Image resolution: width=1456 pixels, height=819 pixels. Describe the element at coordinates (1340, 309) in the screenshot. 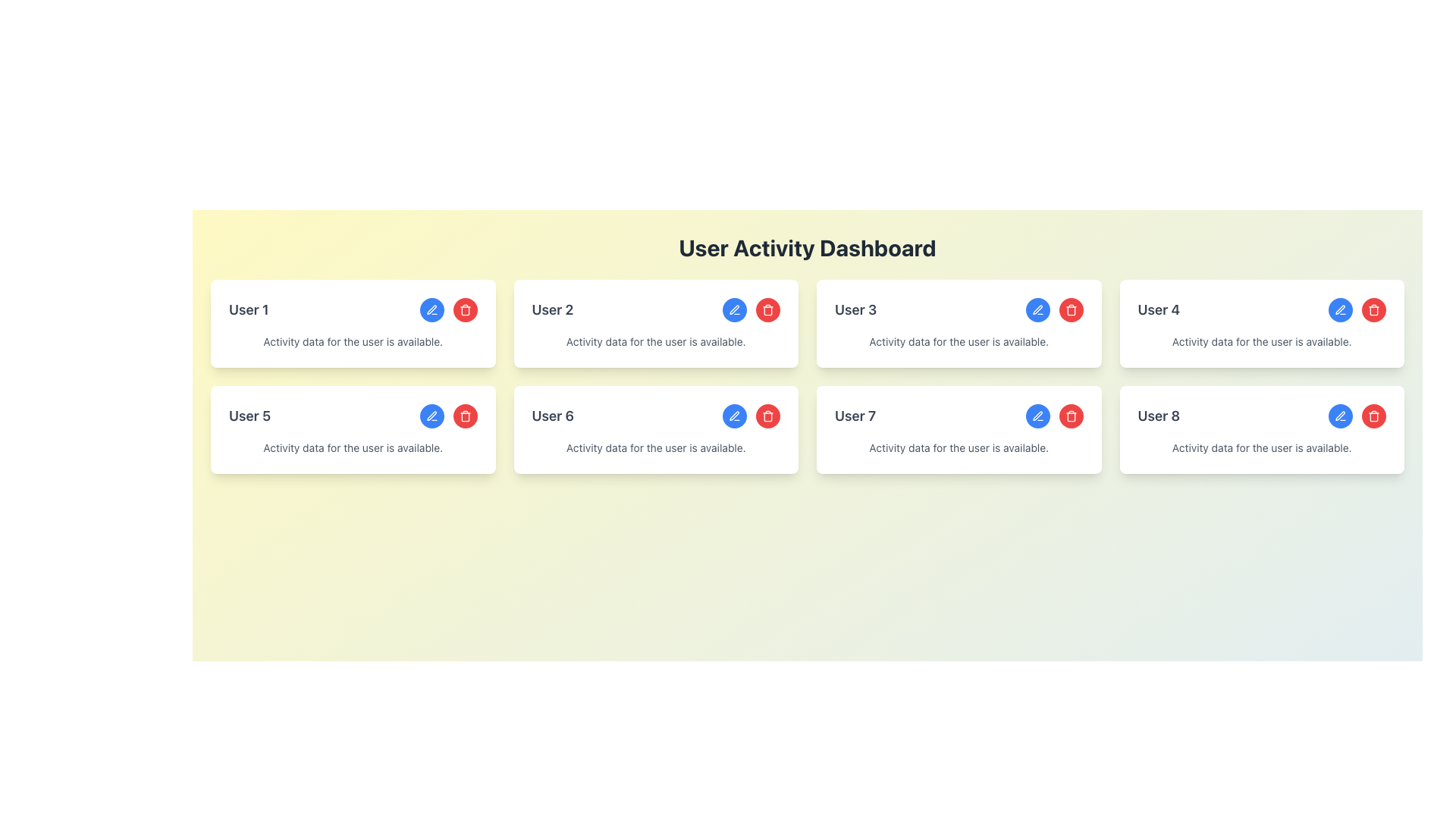

I see `the blue circular button with a pen icon located in the top-right corner of the 'User 4' card` at that location.